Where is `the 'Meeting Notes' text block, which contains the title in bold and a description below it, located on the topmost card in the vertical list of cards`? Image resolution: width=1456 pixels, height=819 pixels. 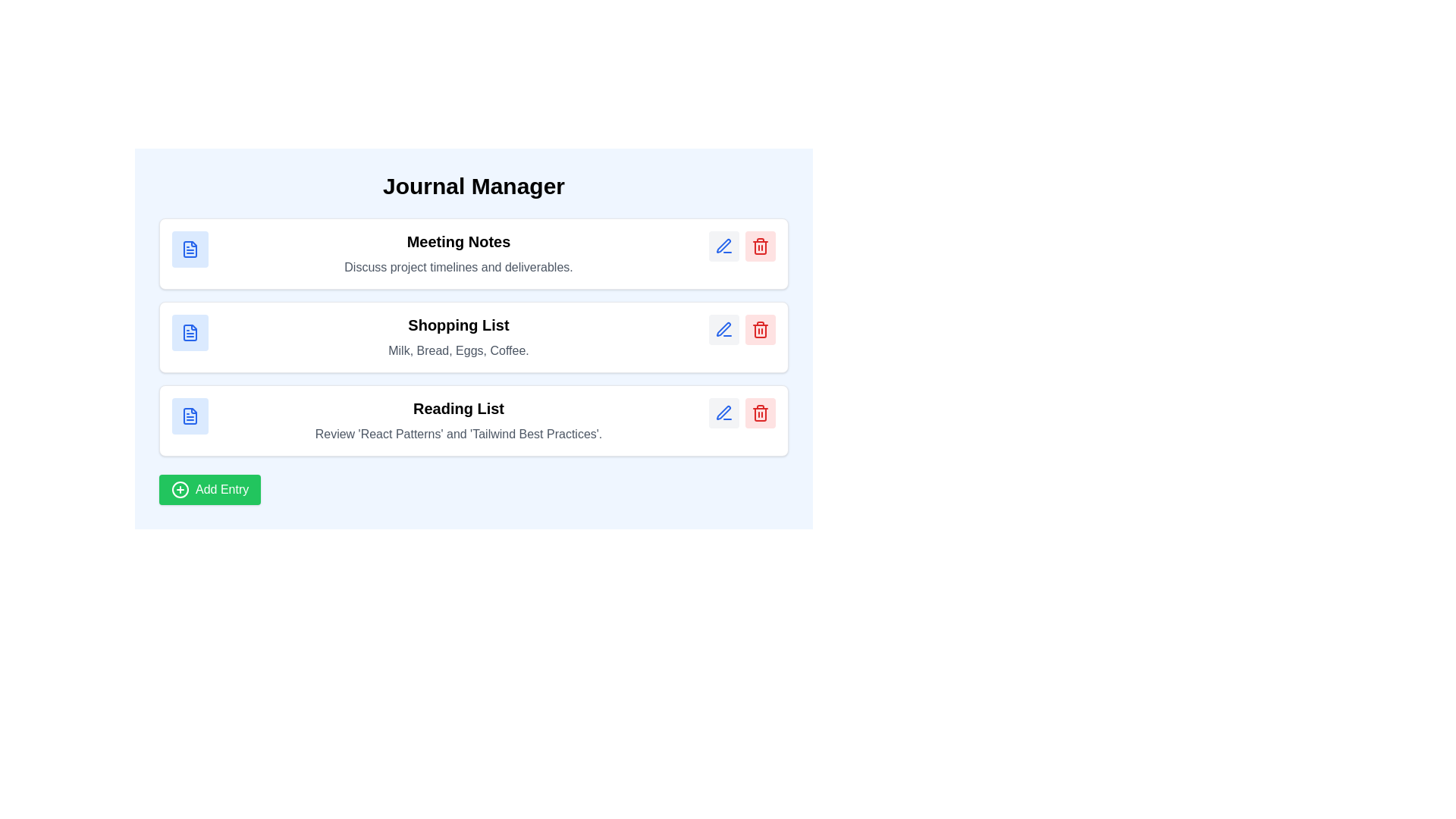 the 'Meeting Notes' text block, which contains the title in bold and a description below it, located on the topmost card in the vertical list of cards is located at coordinates (457, 253).